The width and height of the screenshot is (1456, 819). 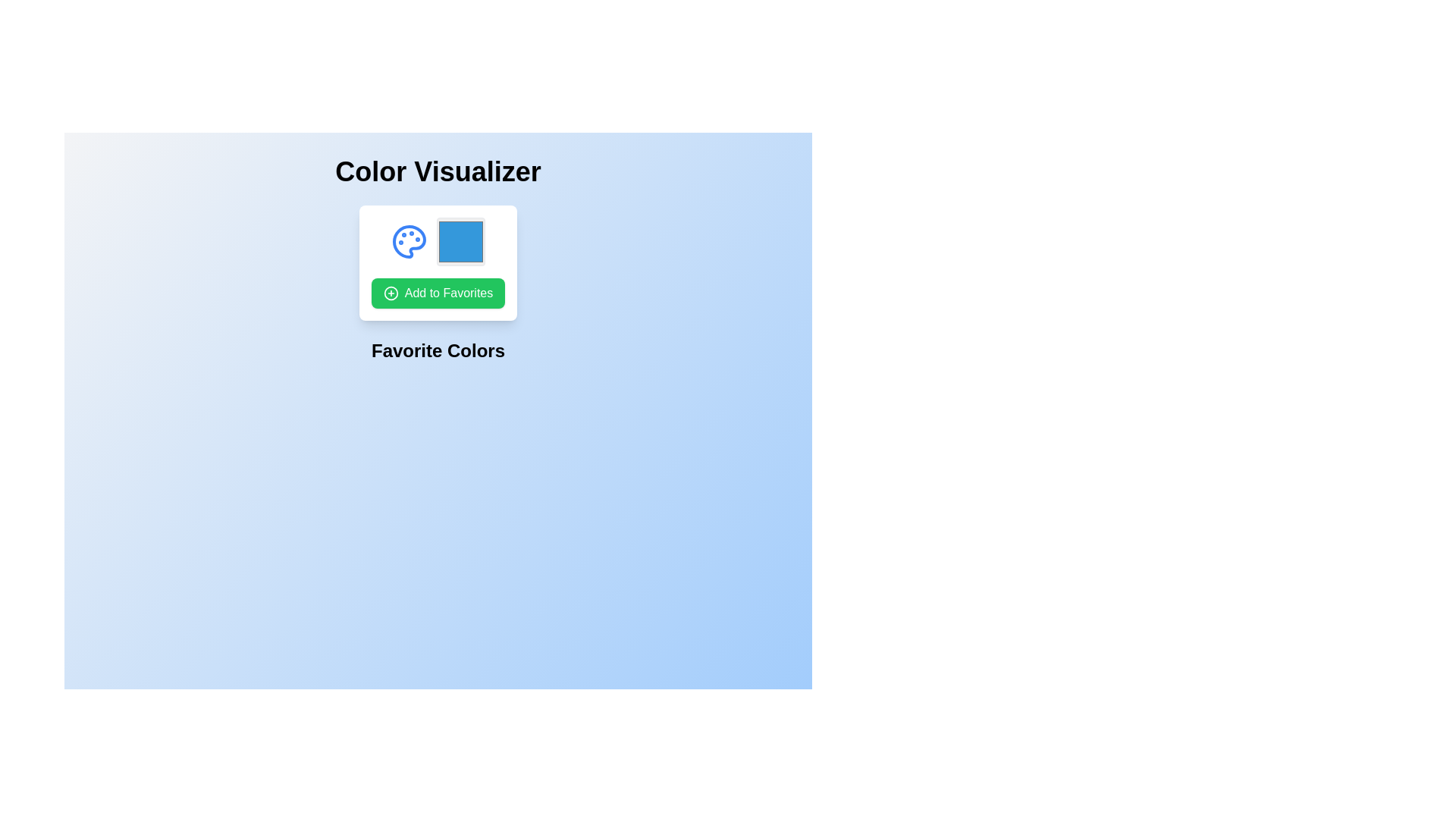 I want to click on the 'Add to Favorites' button, which is a rectangular button with a green background and white text, located at the bottom of a card layout, so click(x=437, y=293).